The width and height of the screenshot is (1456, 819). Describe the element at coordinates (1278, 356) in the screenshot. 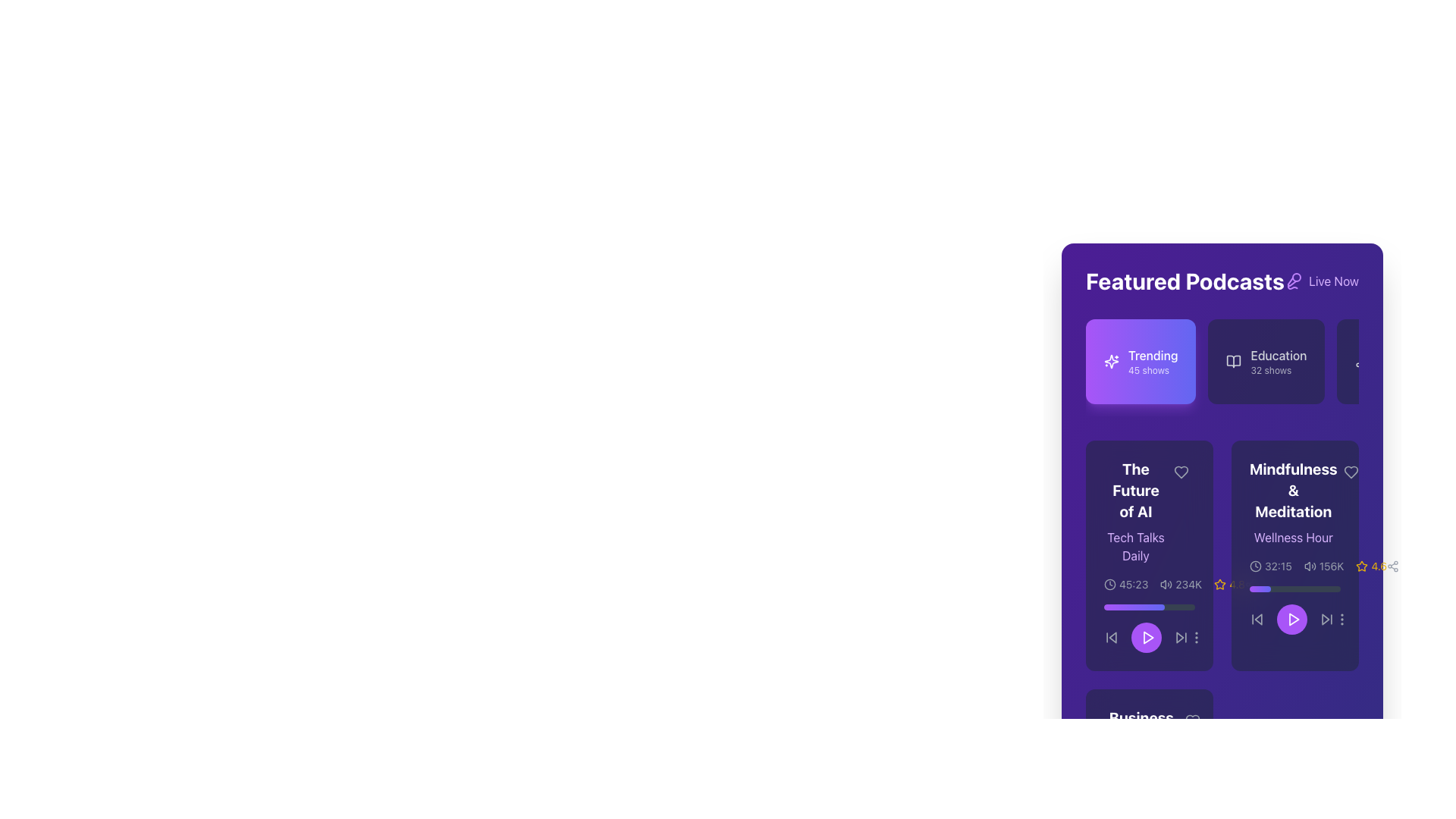

I see `category title 'Education' from the Label styled in a medium-weight font, with white text on a dark background, located in the top row, second column of the 'Featured Podcasts' section` at that location.